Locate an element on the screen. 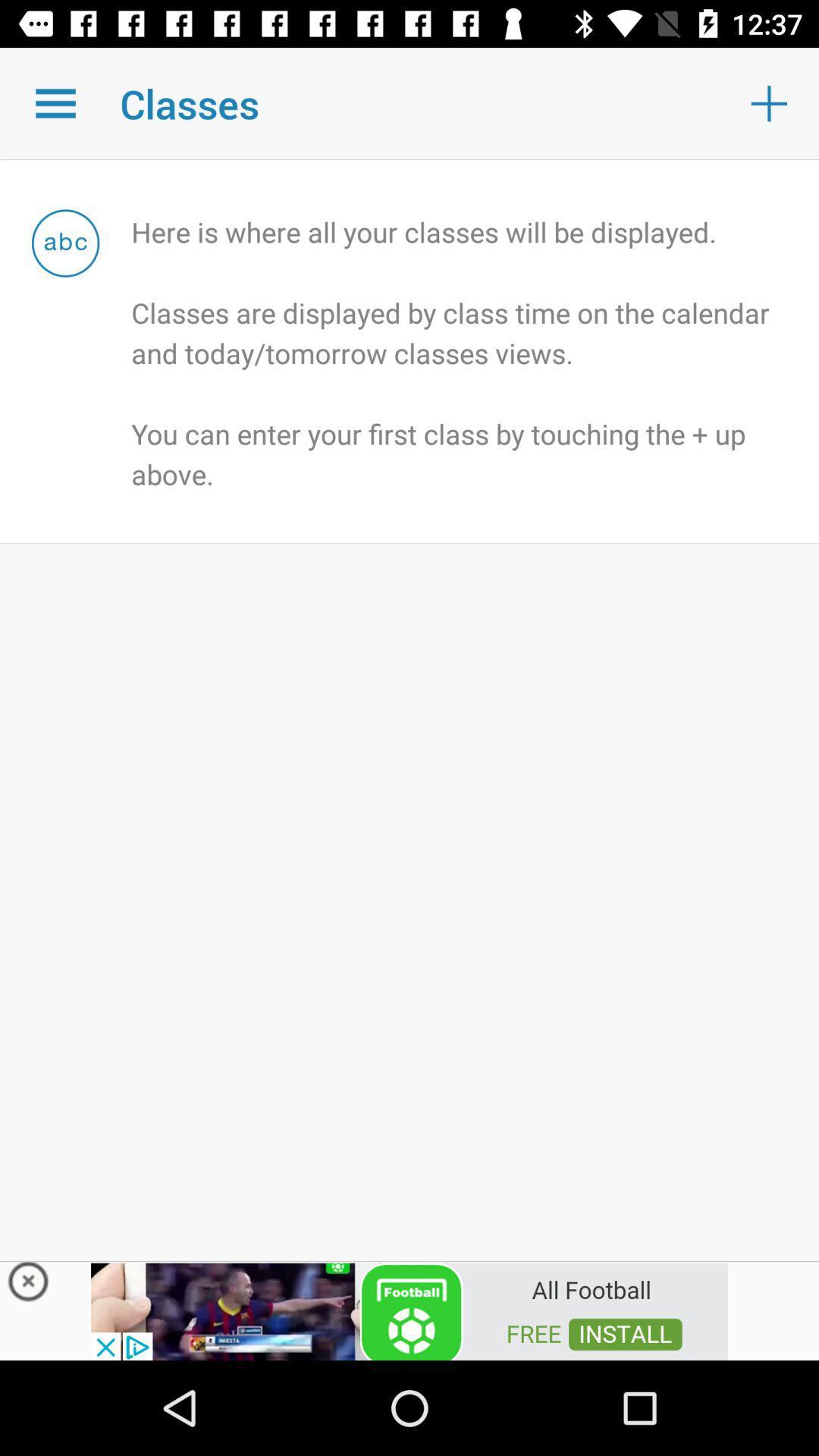 This screenshot has height=1456, width=819. advertisement is located at coordinates (409, 1310).